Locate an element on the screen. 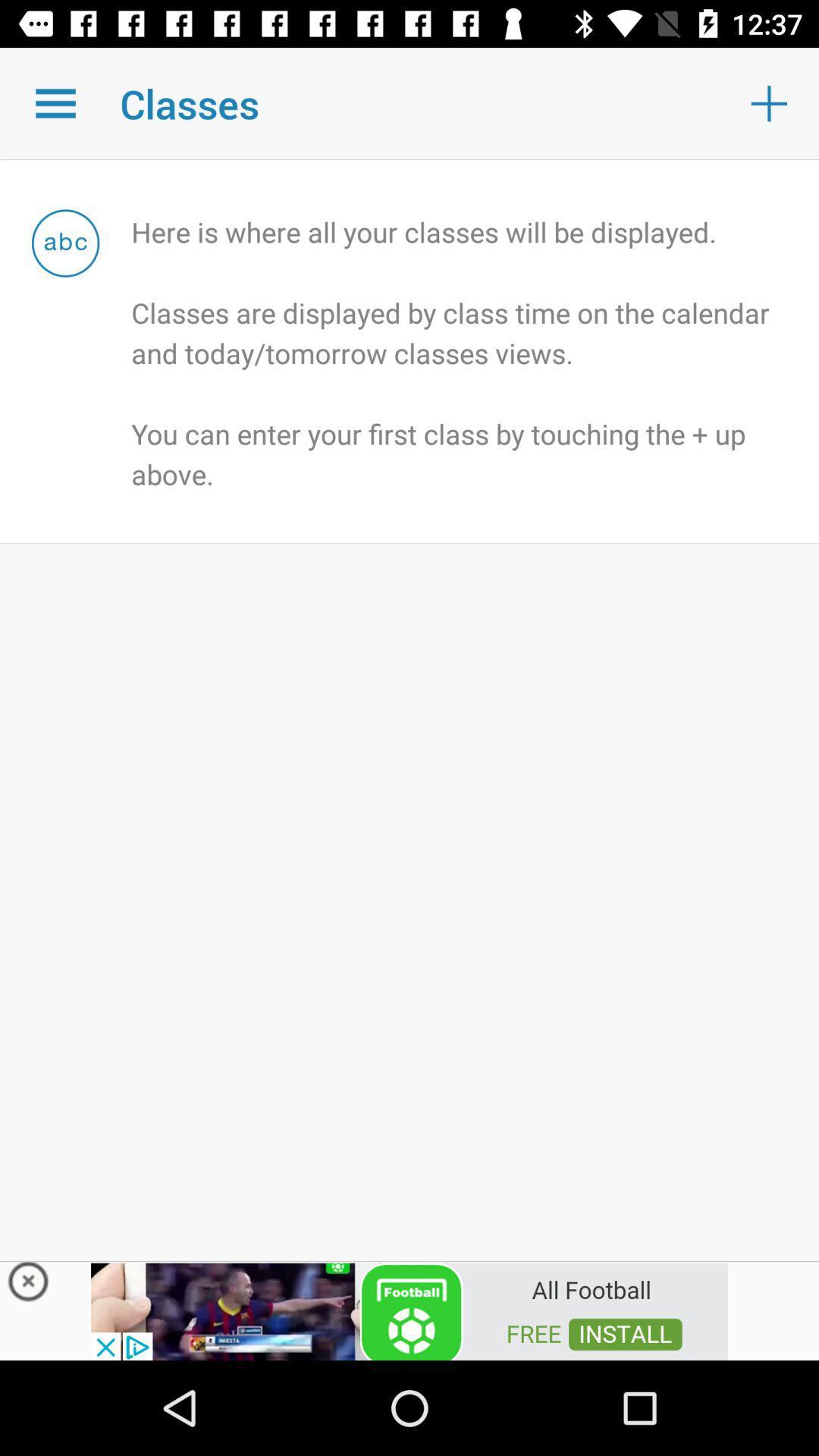 This screenshot has height=1456, width=819. advertisement is located at coordinates (409, 1310).